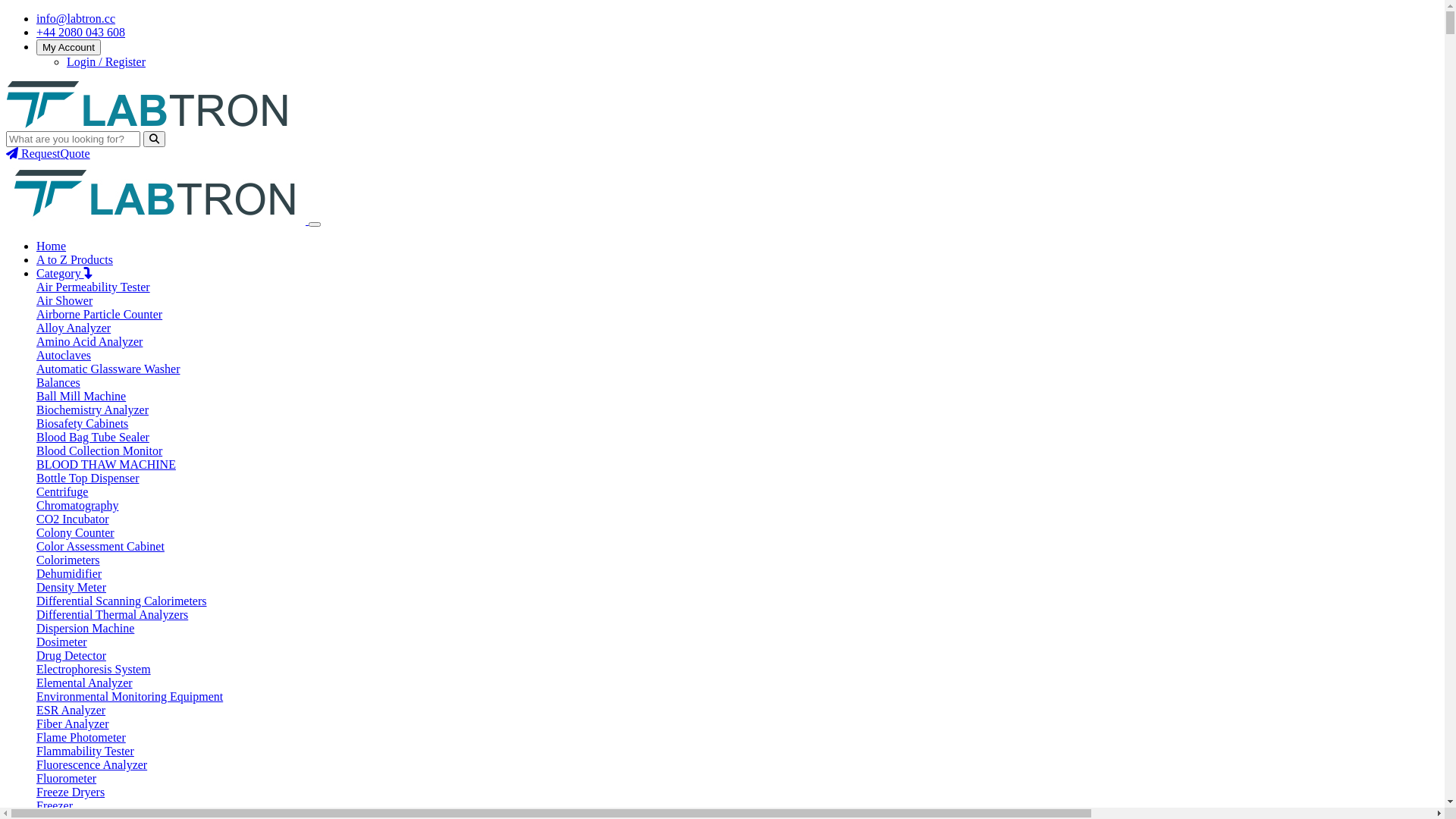 This screenshot has height=819, width=1456. I want to click on 'Dispersion Machine', so click(36, 628).